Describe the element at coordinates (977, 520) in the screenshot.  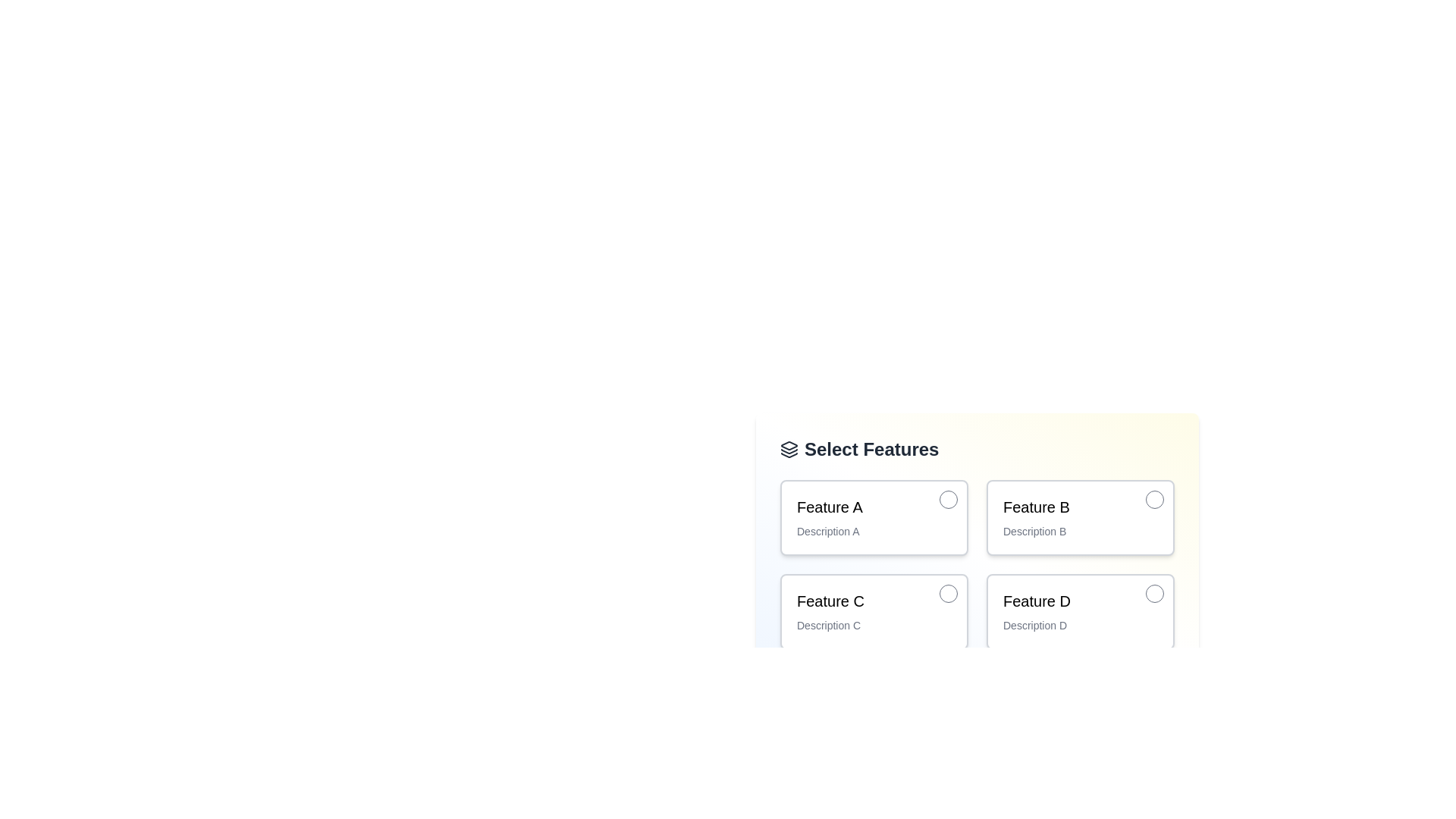
I see `the interactive card representing the 'Feature B' option in the 'Select Features' group` at that location.